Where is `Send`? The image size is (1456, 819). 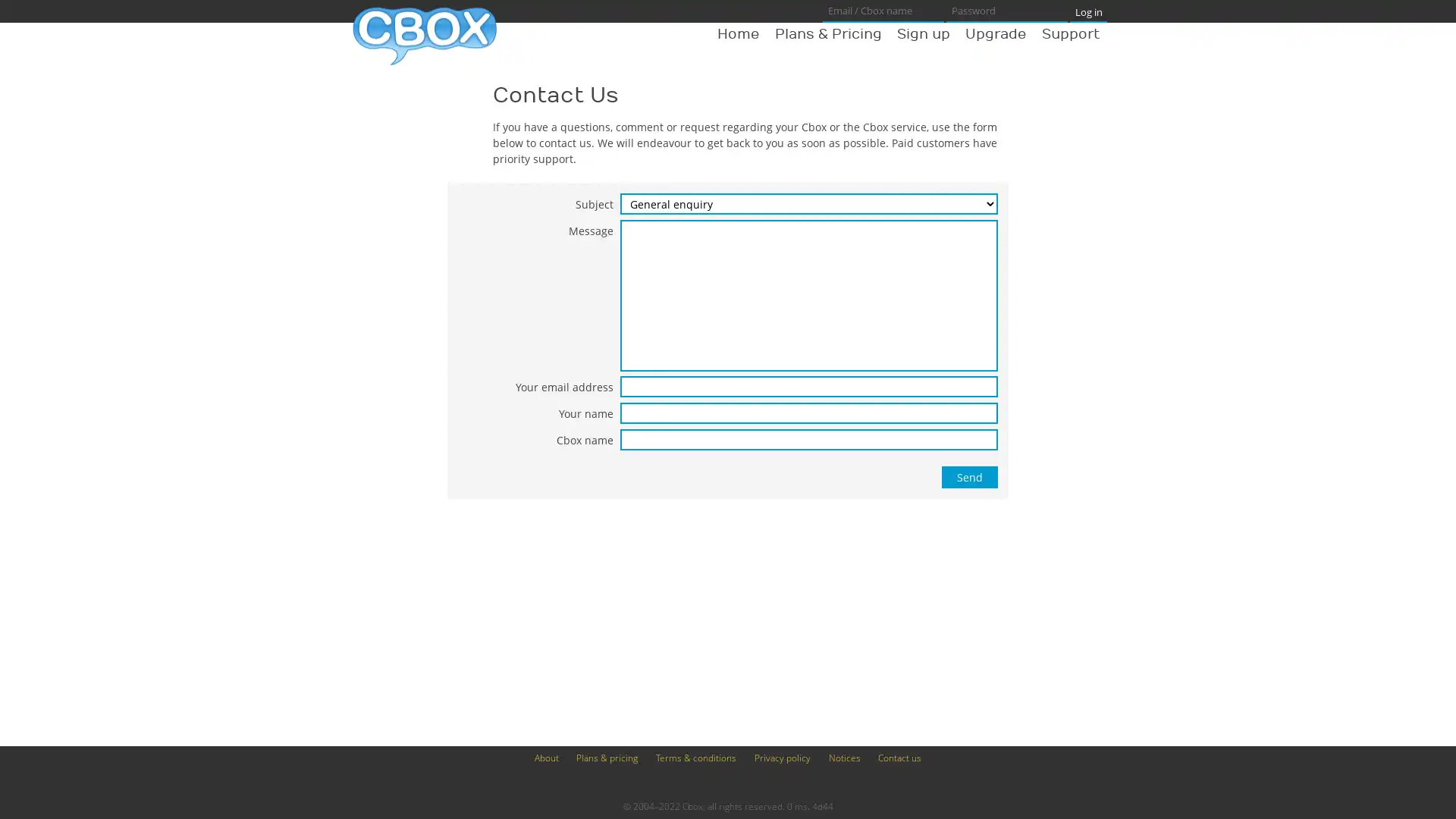
Send is located at coordinates (968, 475).